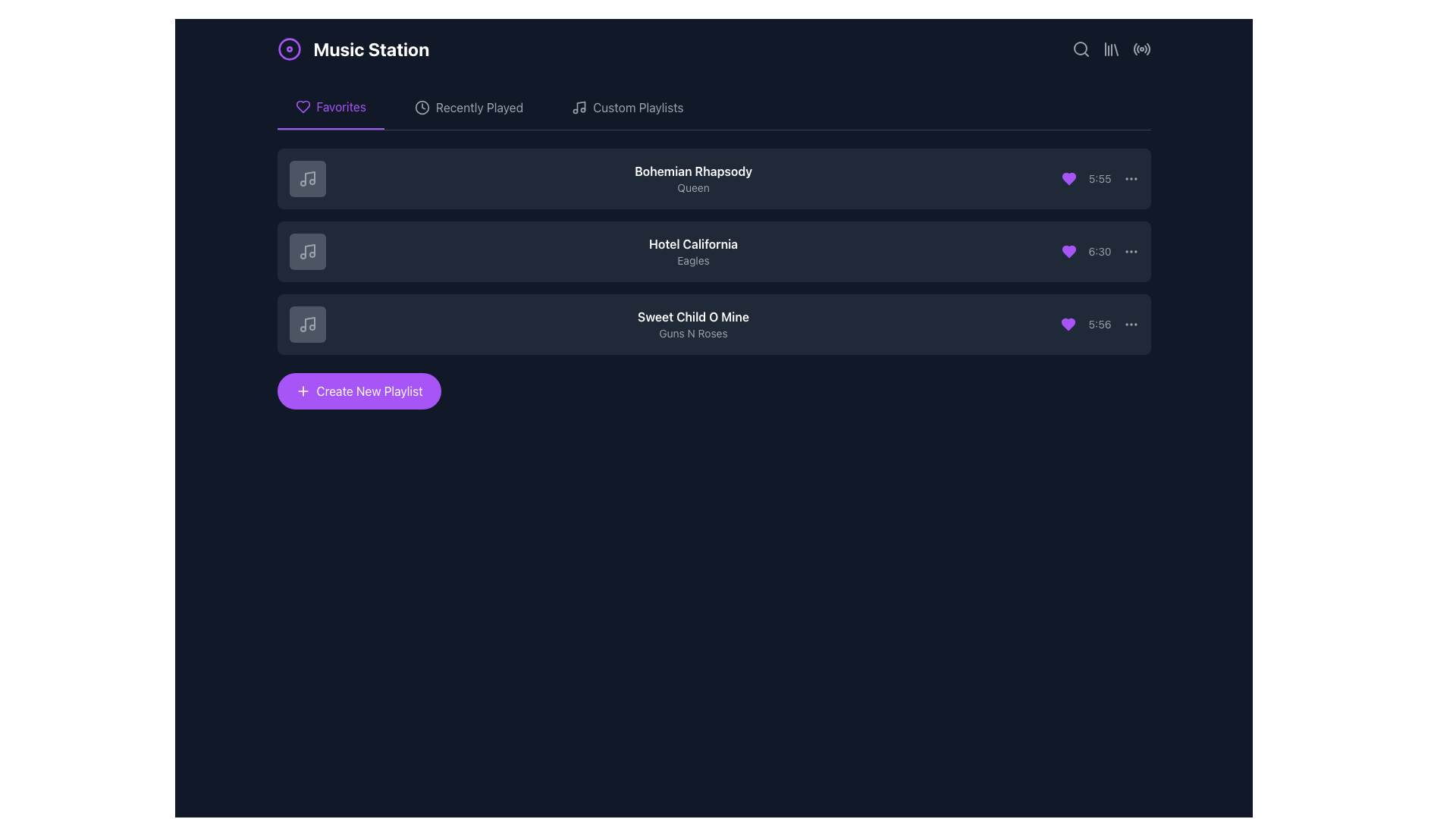 Image resolution: width=1456 pixels, height=819 pixels. I want to click on the heart-shaped icon representing 'favorites' located to the left of the 'Favorites' text label in the navigation menu, so click(303, 106).